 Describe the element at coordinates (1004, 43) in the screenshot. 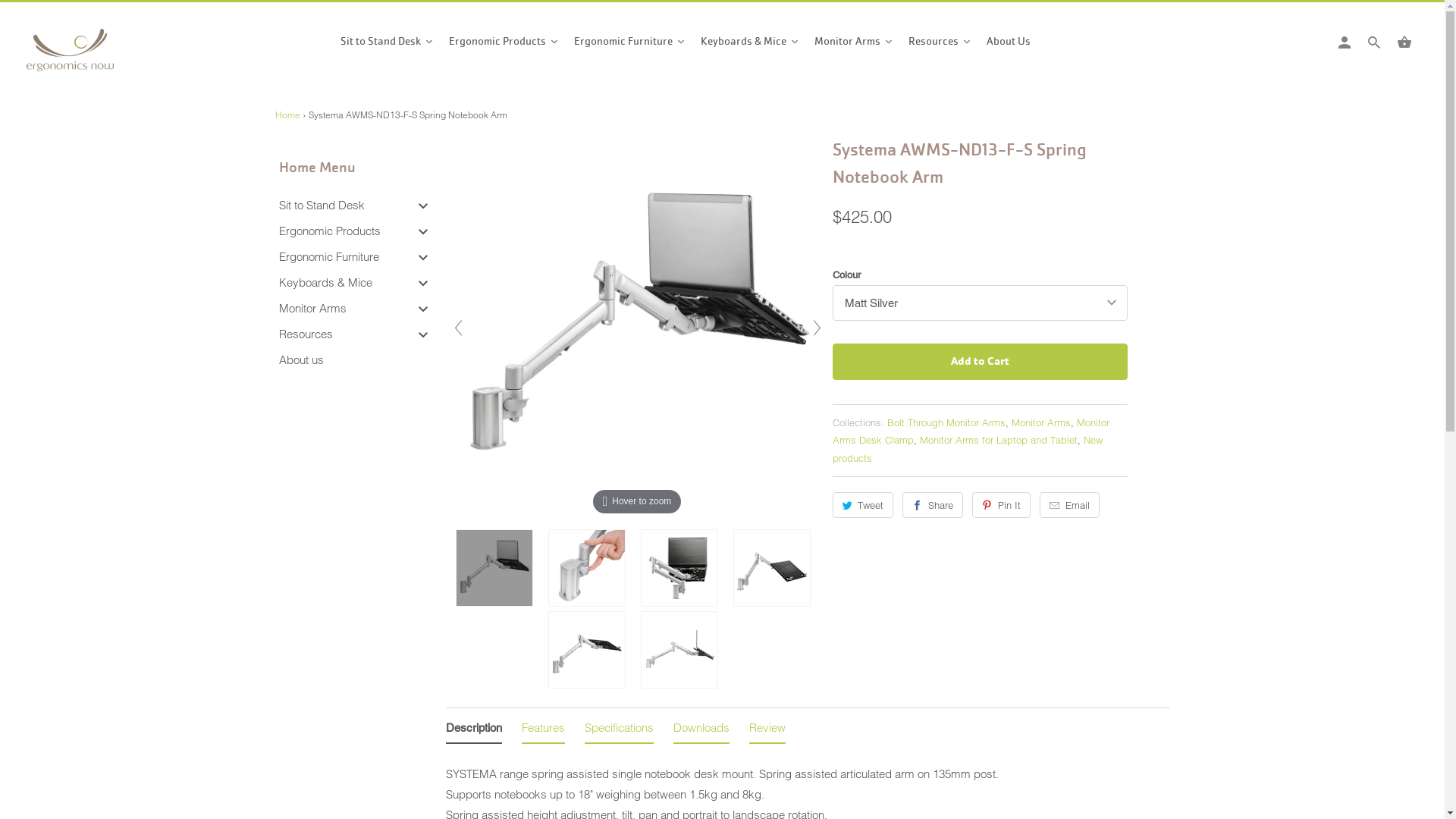

I see `'About Us'` at that location.